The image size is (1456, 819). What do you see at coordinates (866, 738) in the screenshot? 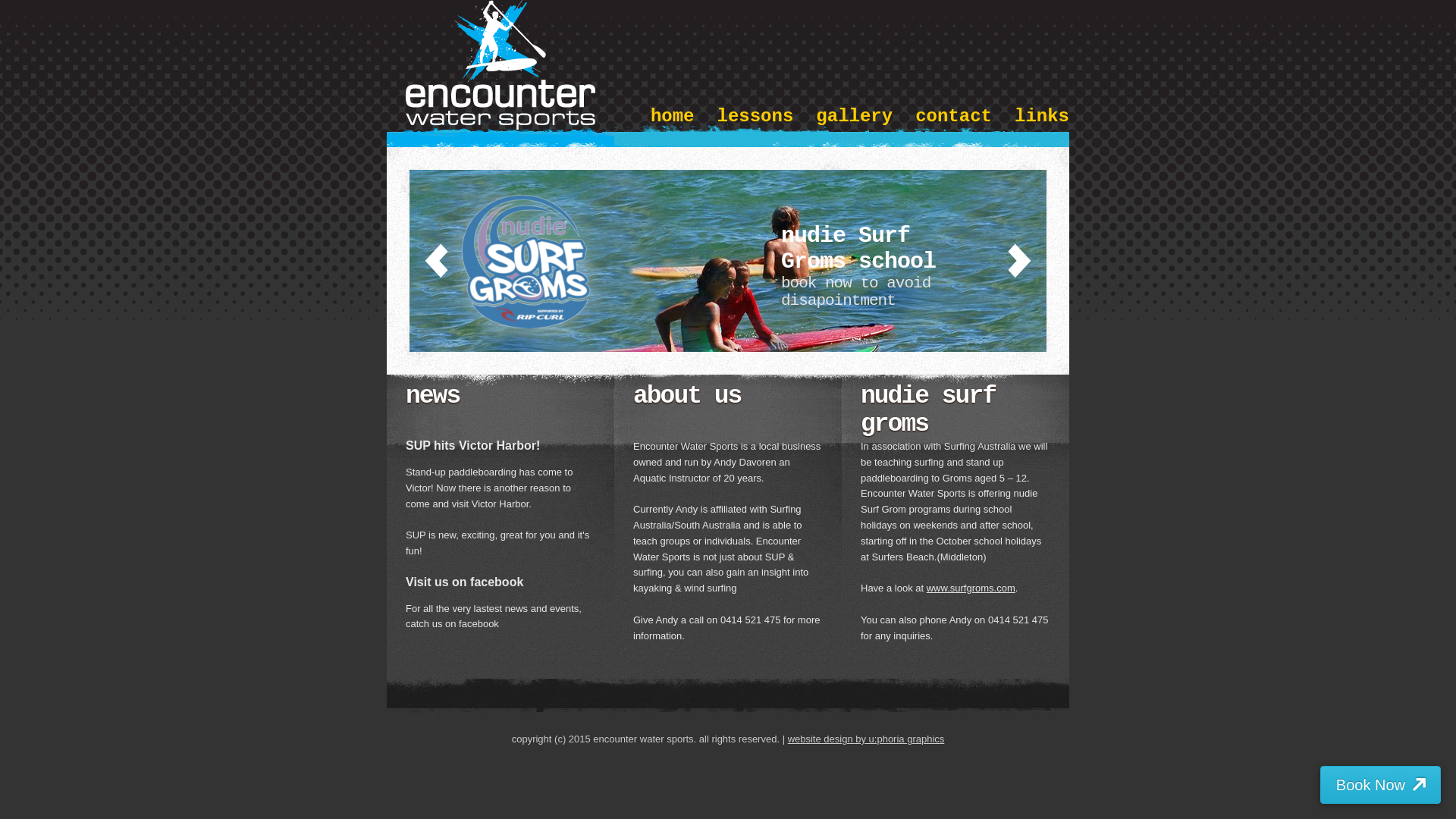
I see `'website design by u:phoria graphics'` at bounding box center [866, 738].